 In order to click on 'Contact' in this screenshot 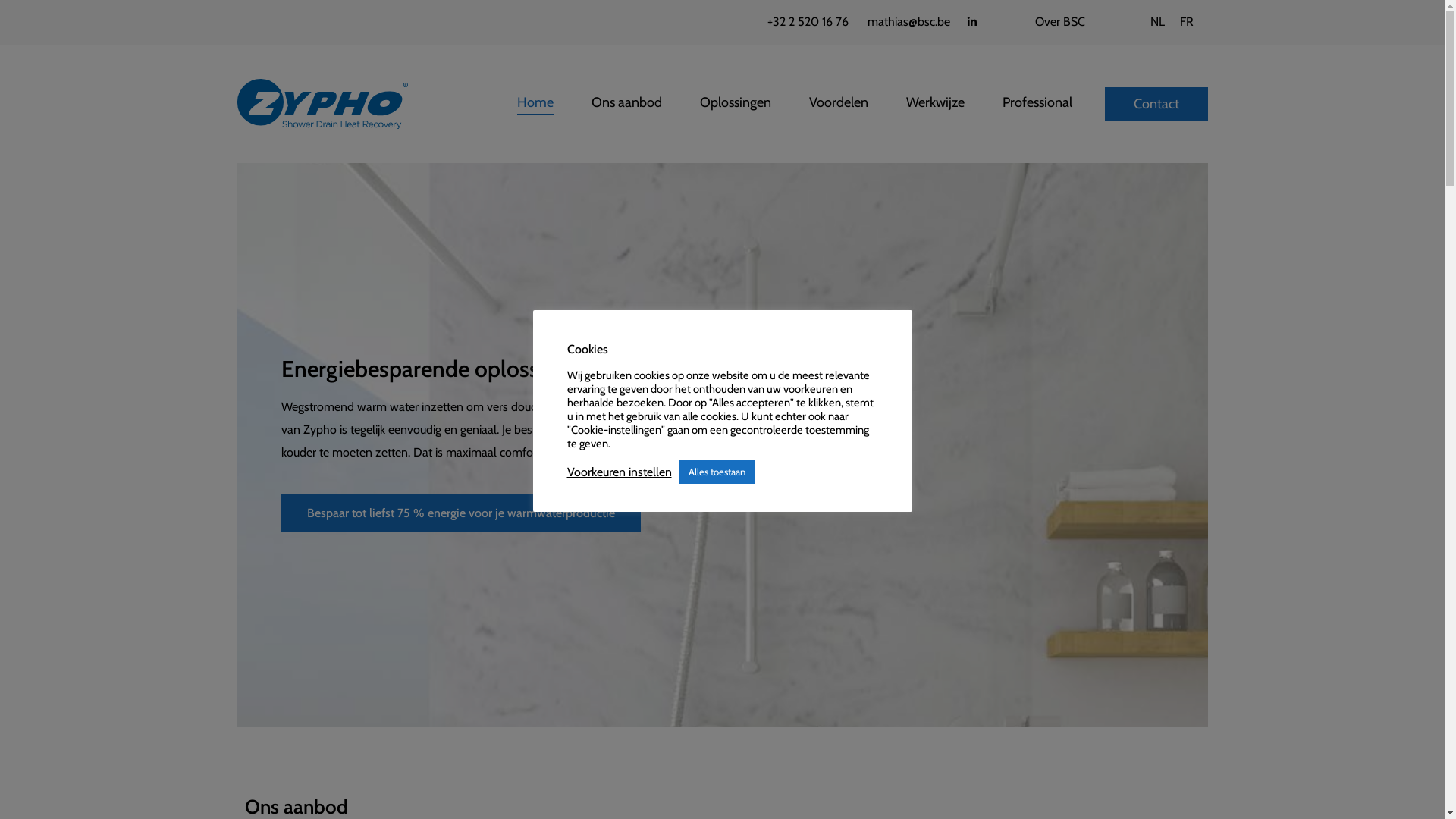, I will do `click(1103, 103)`.